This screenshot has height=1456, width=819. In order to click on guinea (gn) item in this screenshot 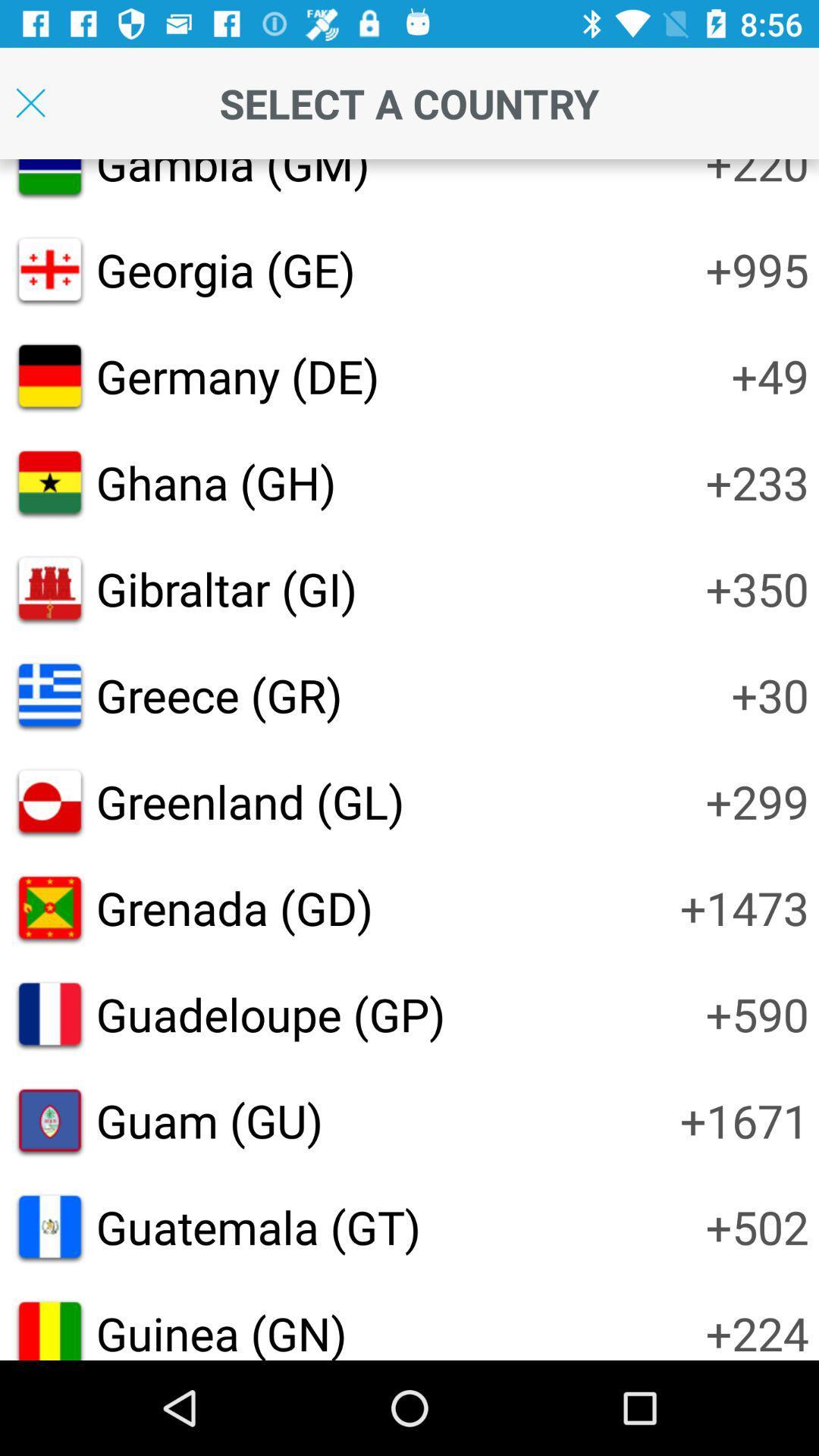, I will do `click(221, 1330)`.